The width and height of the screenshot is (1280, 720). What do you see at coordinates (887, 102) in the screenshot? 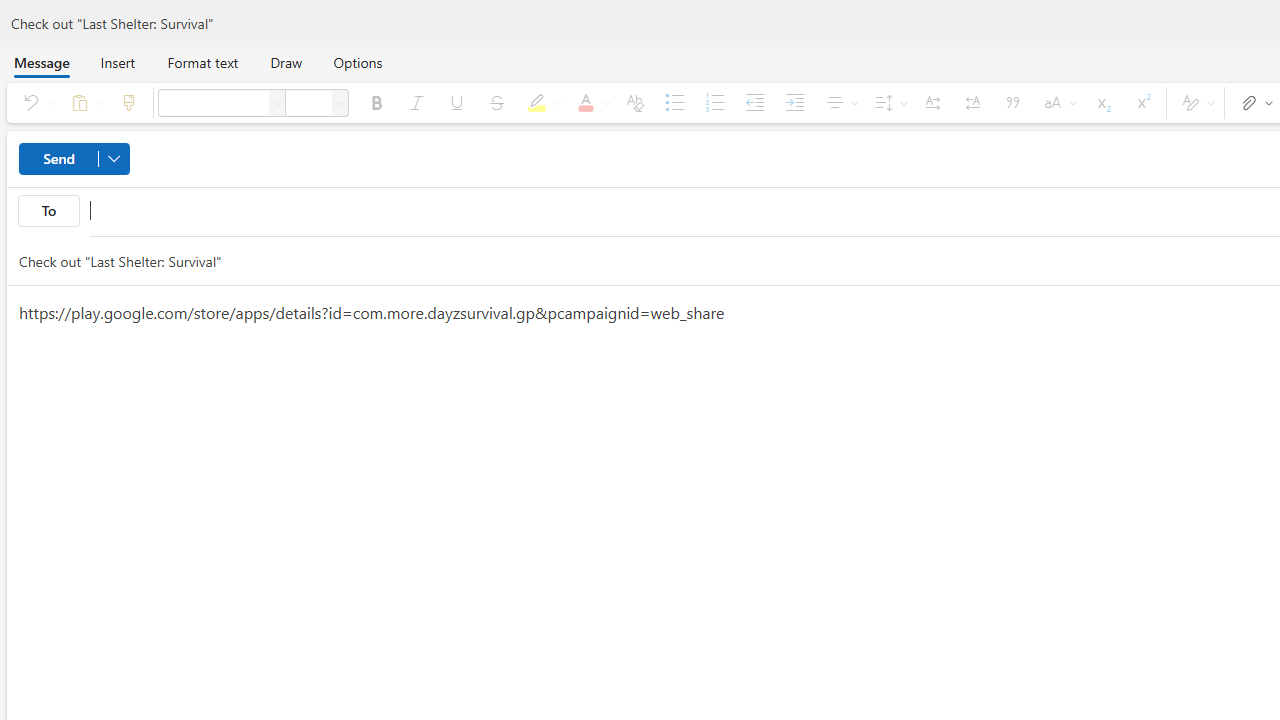
I see `'Spacing'` at bounding box center [887, 102].